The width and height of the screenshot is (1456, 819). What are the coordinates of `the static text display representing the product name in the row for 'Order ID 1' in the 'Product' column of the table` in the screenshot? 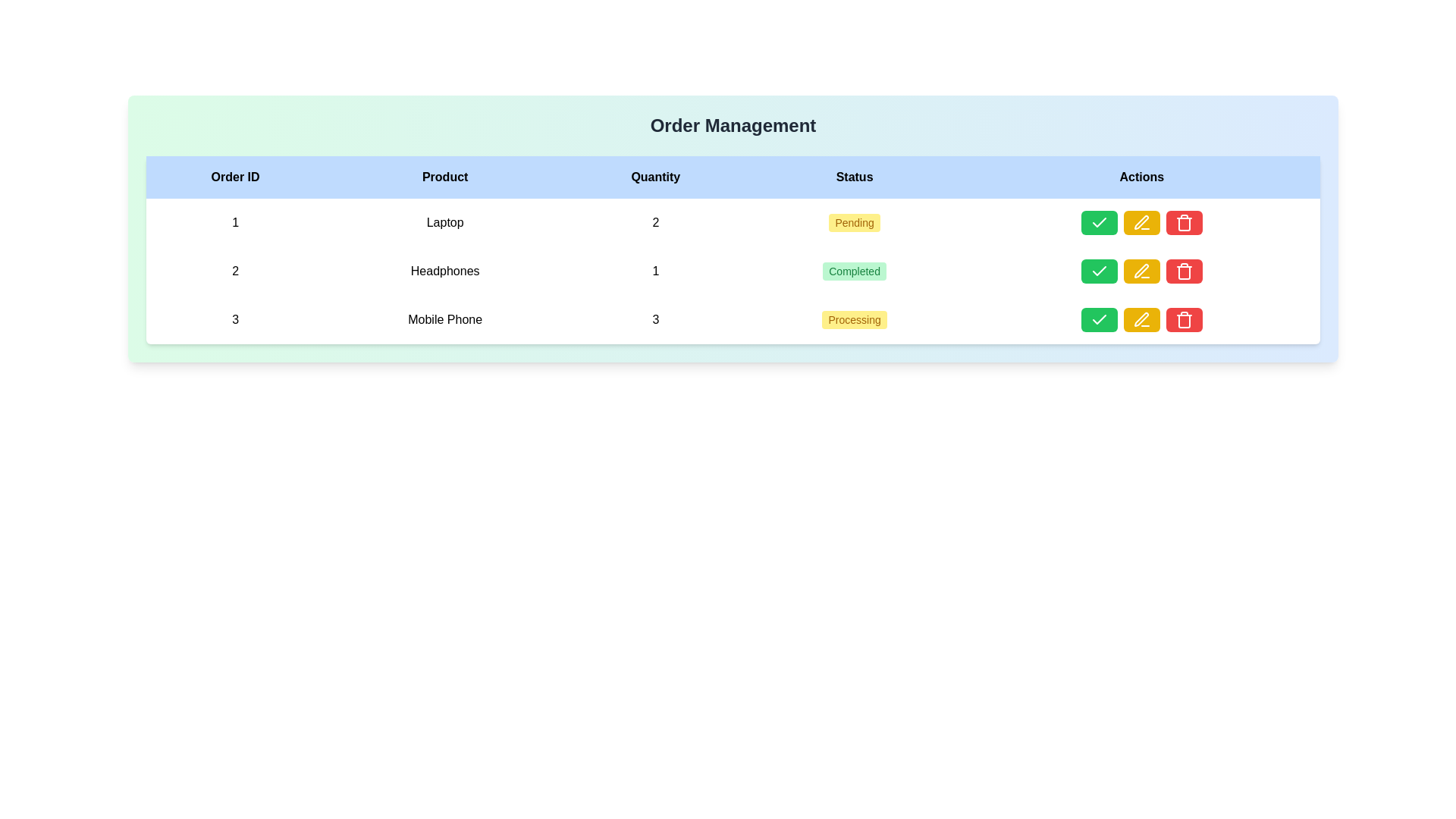 It's located at (444, 222).